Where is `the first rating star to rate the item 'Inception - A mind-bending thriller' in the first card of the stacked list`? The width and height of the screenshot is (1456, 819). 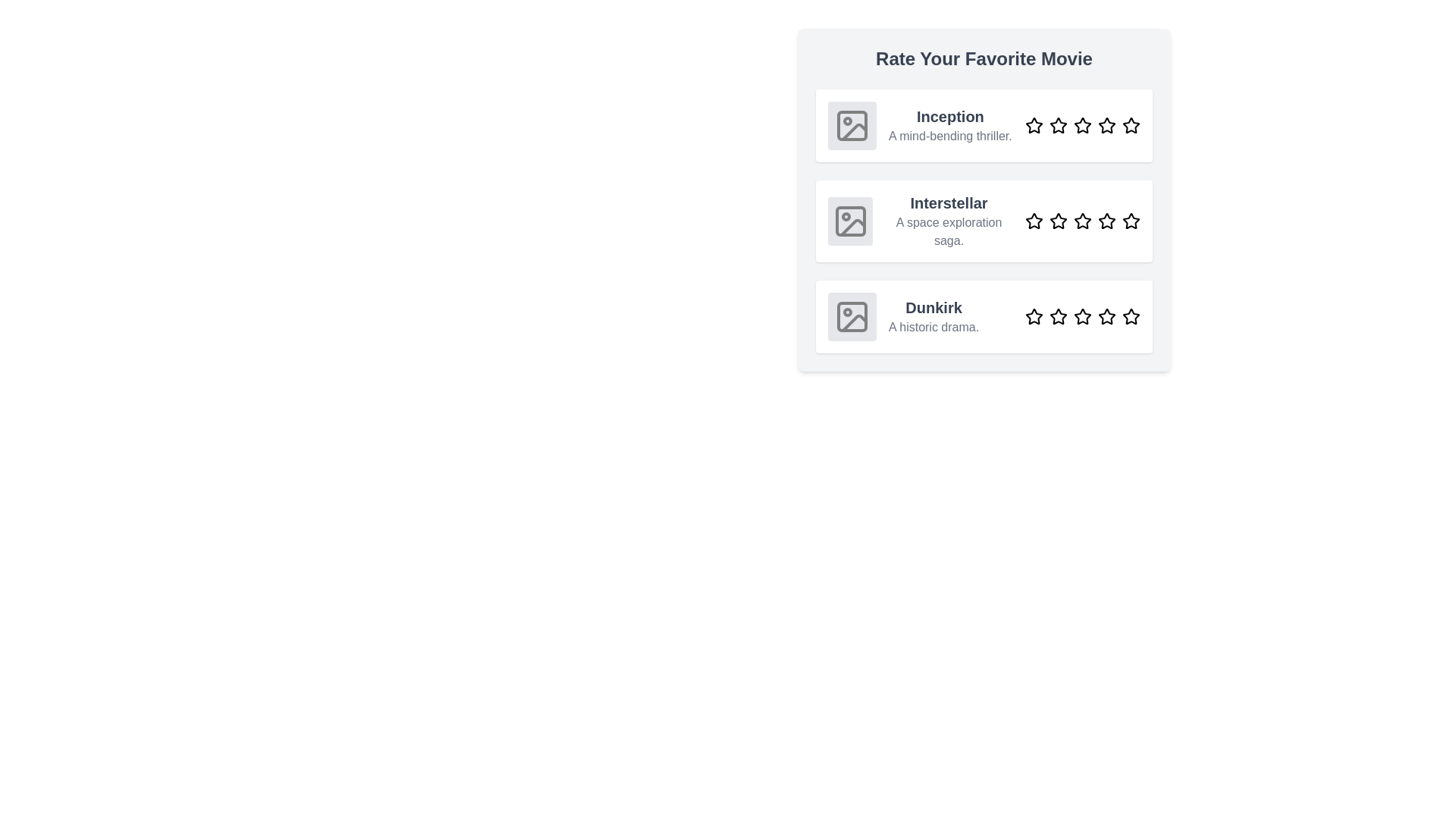 the first rating star to rate the item 'Inception - A mind-bending thriller' in the first card of the stacked list is located at coordinates (1033, 124).